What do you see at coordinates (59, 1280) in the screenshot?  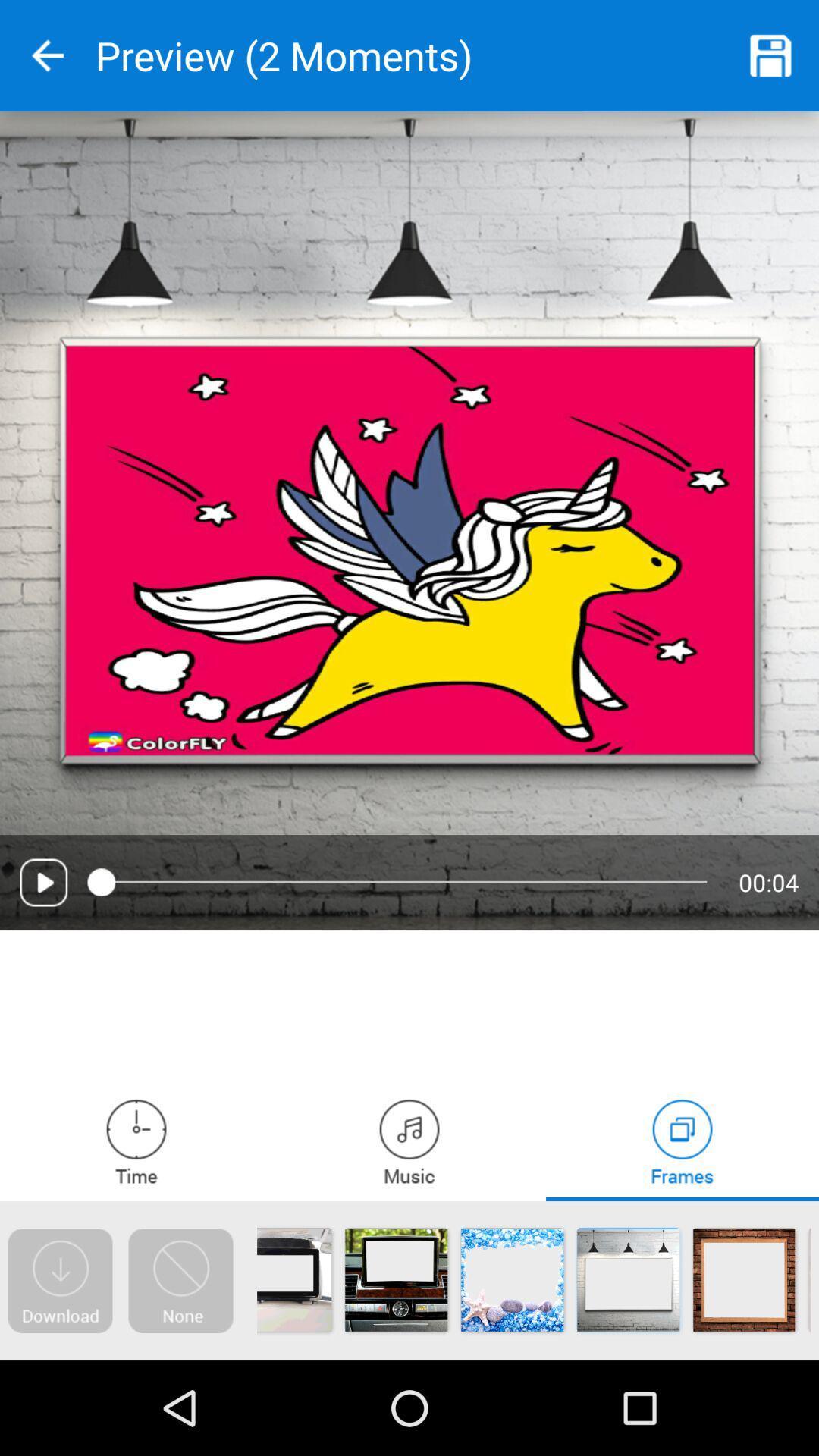 I see `download` at bounding box center [59, 1280].